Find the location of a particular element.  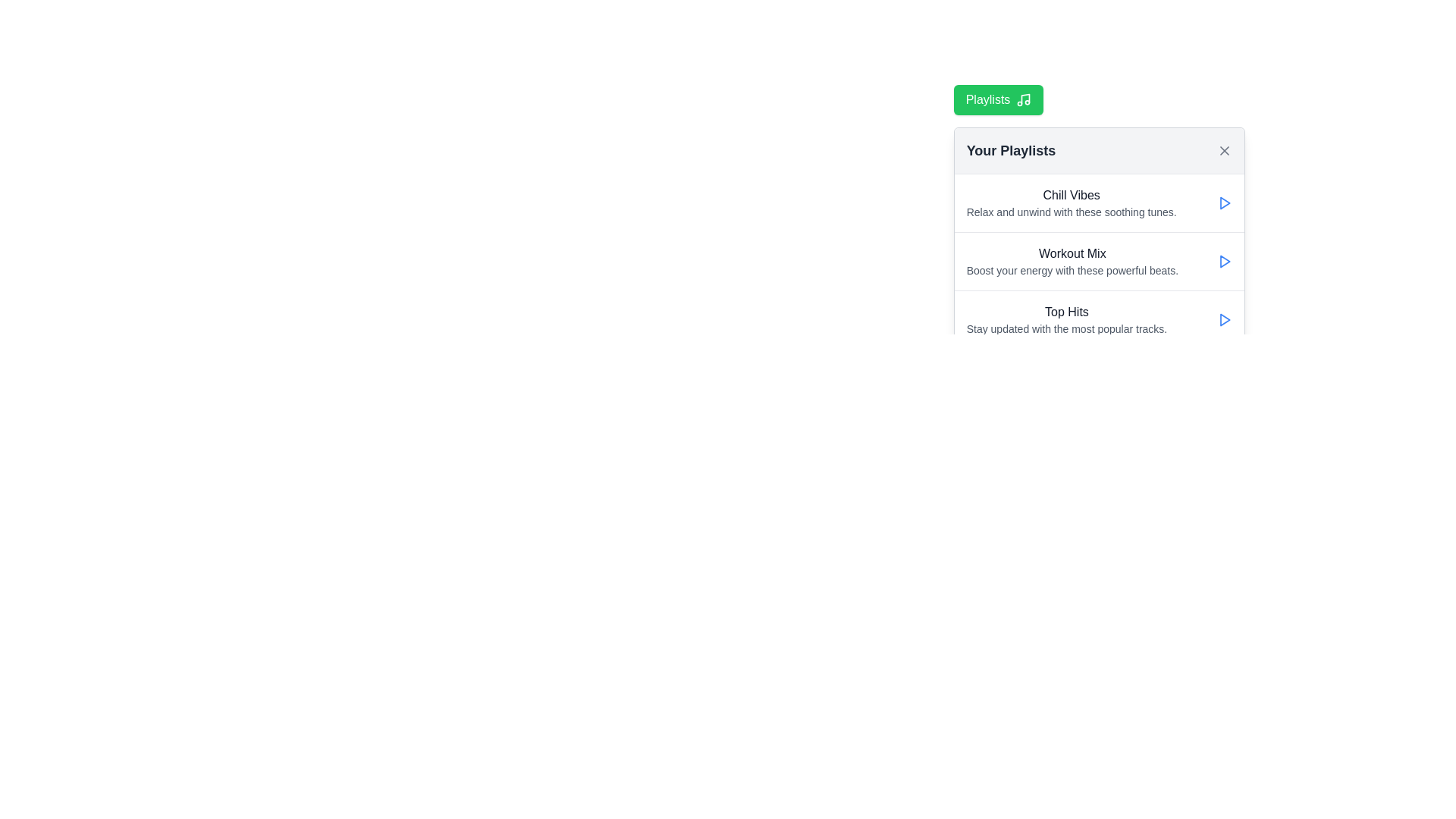

the list item titled 'Workout Mix' which is the second item under 'Your Playlists' is located at coordinates (1099, 260).